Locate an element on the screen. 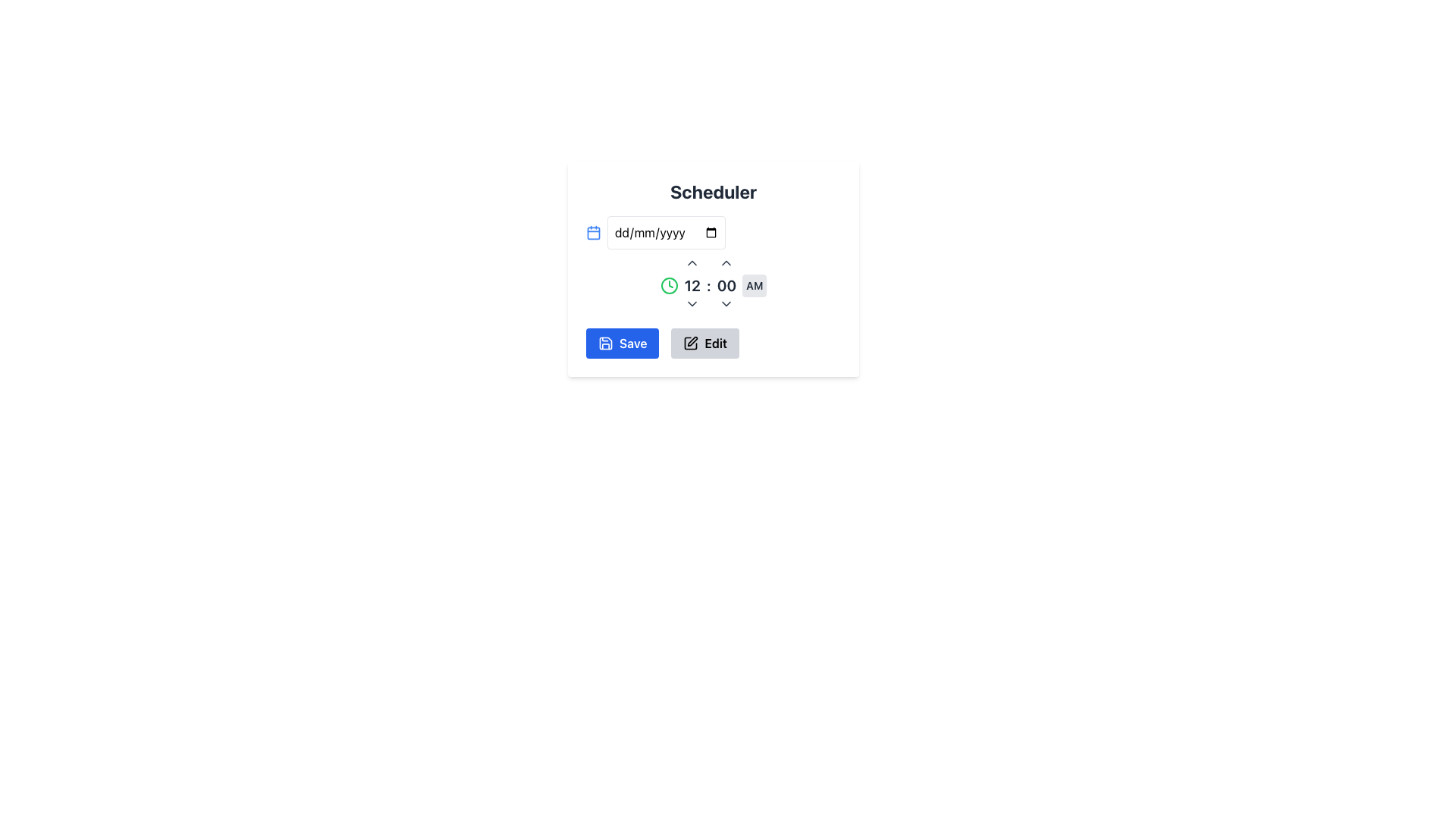 This screenshot has height=819, width=1456. the 'Edit' button, which is a rectangular button with rounded corners, light grey background, featuring a pencil icon and bold black text is located at coordinates (704, 343).